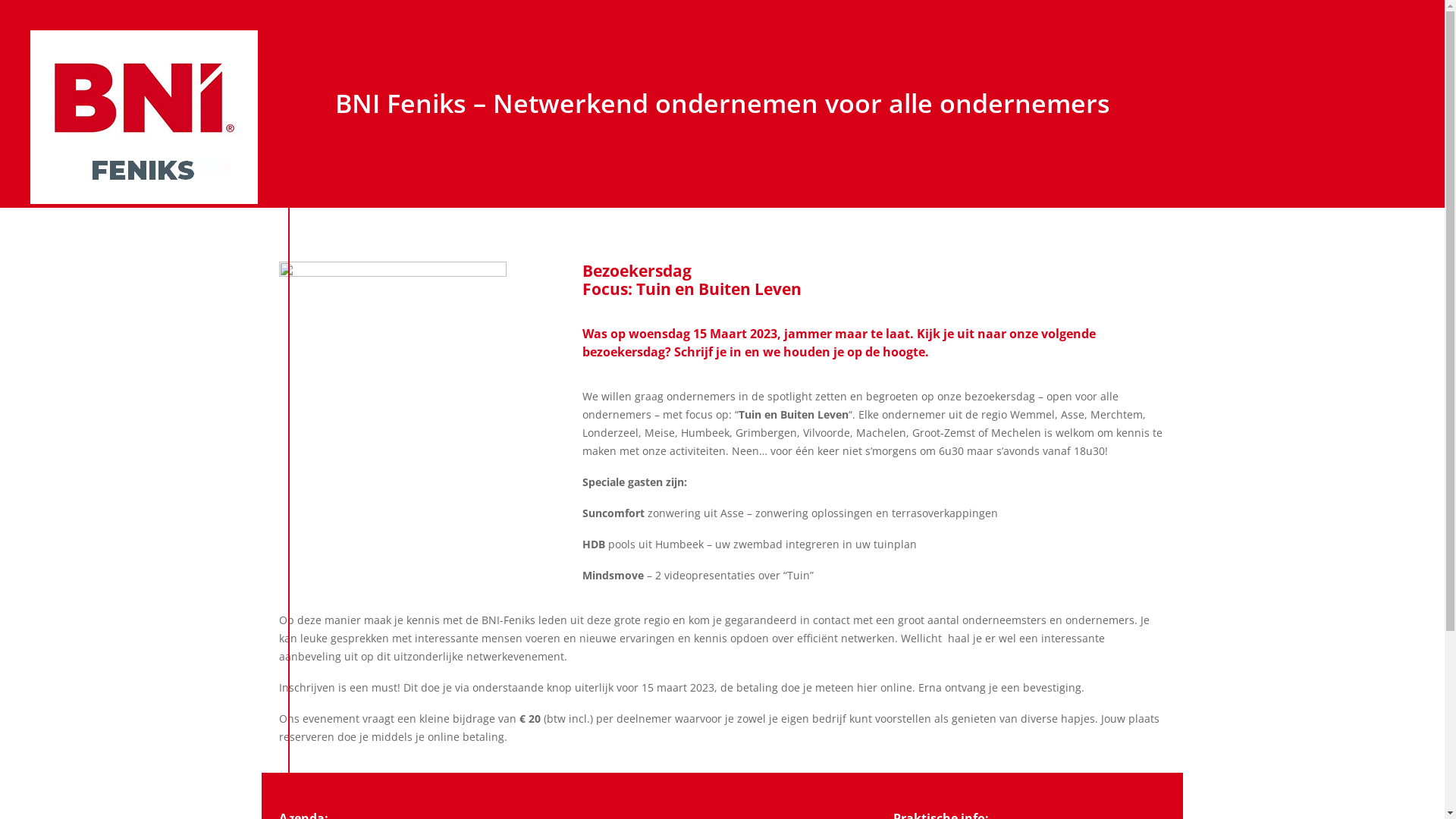  What do you see at coordinates (144, 116) in the screenshot?
I see `'BNI Feniks'` at bounding box center [144, 116].